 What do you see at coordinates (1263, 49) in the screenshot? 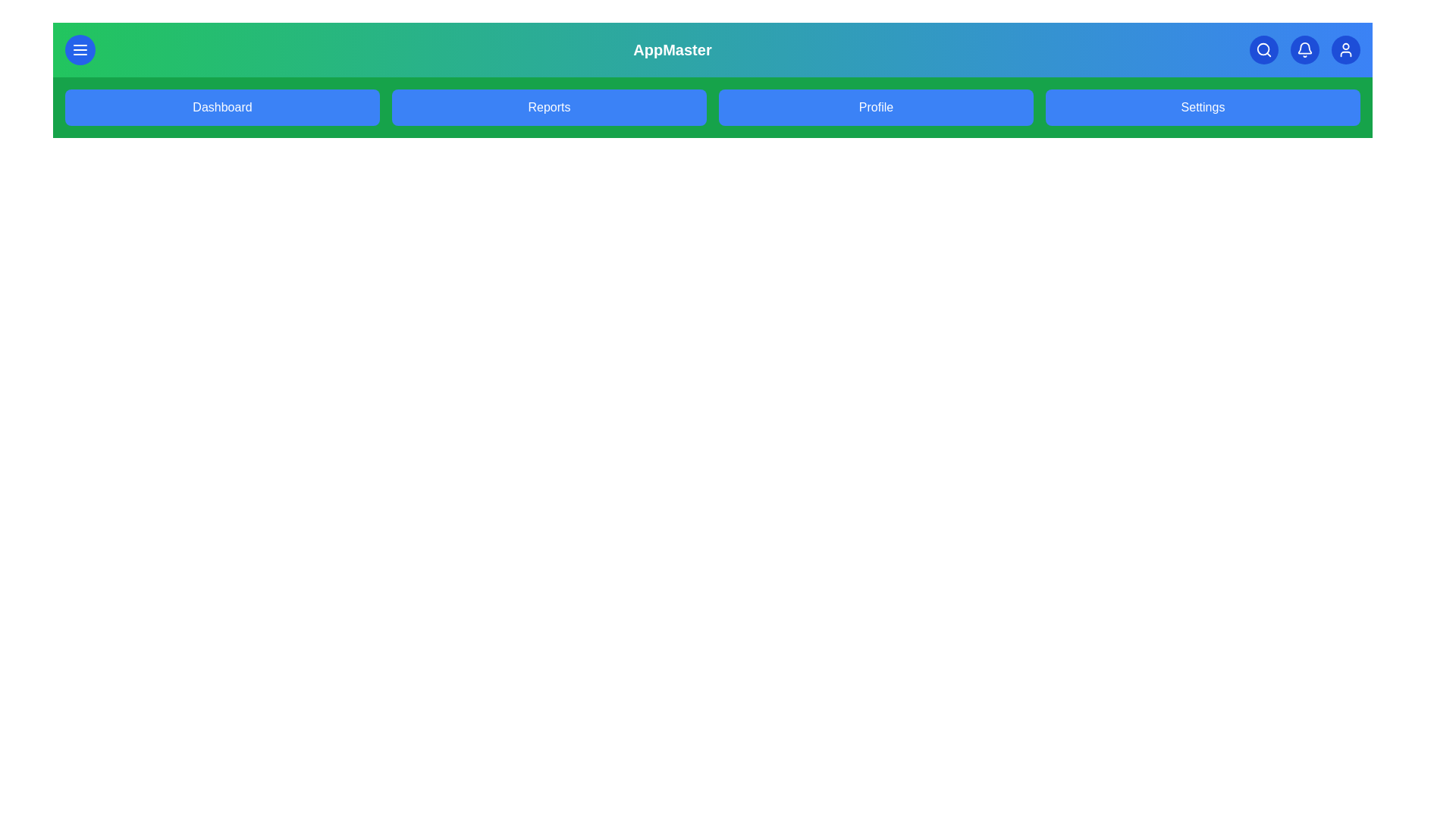
I see `the Search button in the StyledAppBar` at bounding box center [1263, 49].